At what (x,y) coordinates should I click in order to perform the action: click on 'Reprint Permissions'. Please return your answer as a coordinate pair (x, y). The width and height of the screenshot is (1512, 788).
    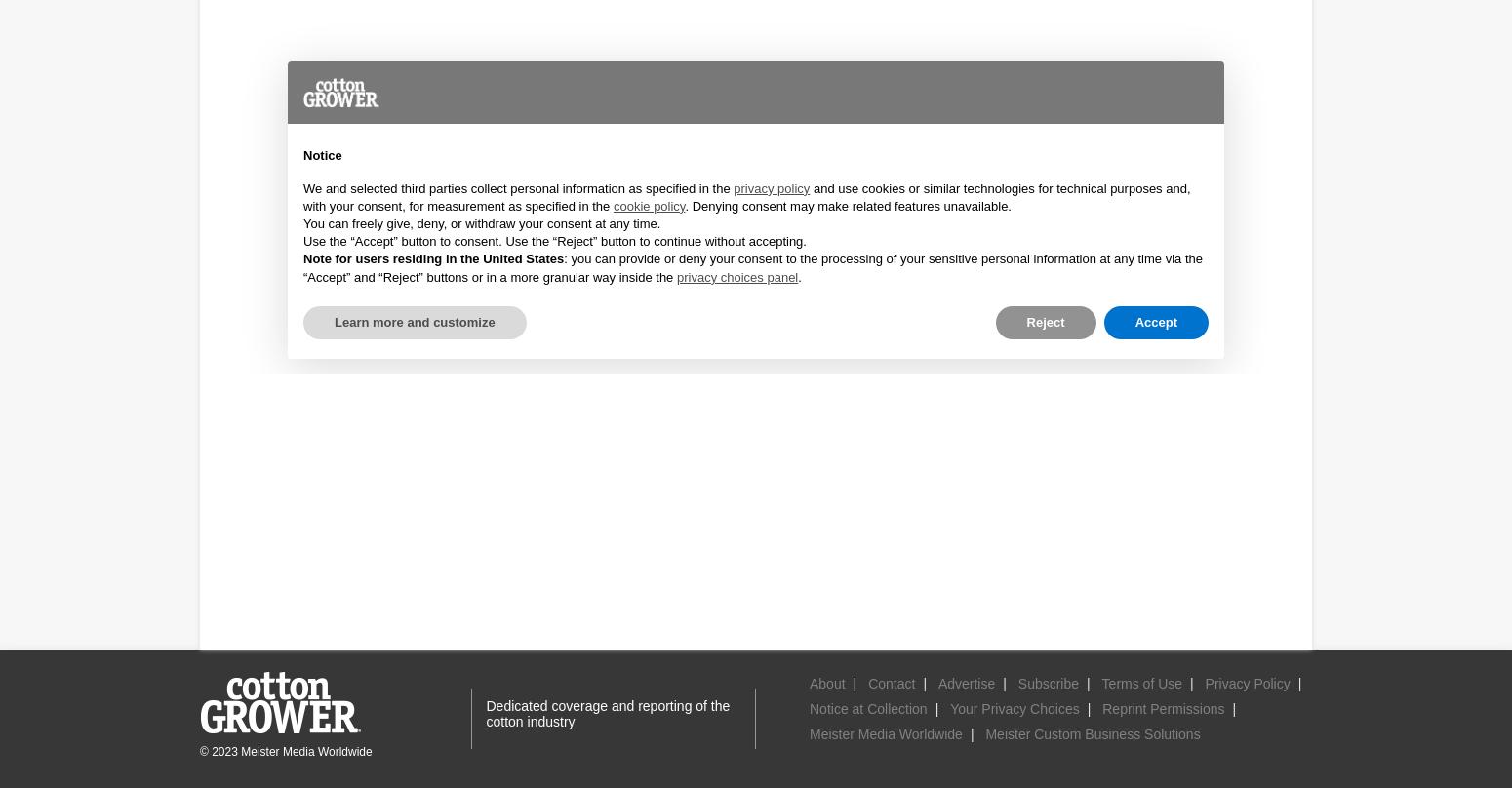
    Looking at the image, I should click on (1163, 708).